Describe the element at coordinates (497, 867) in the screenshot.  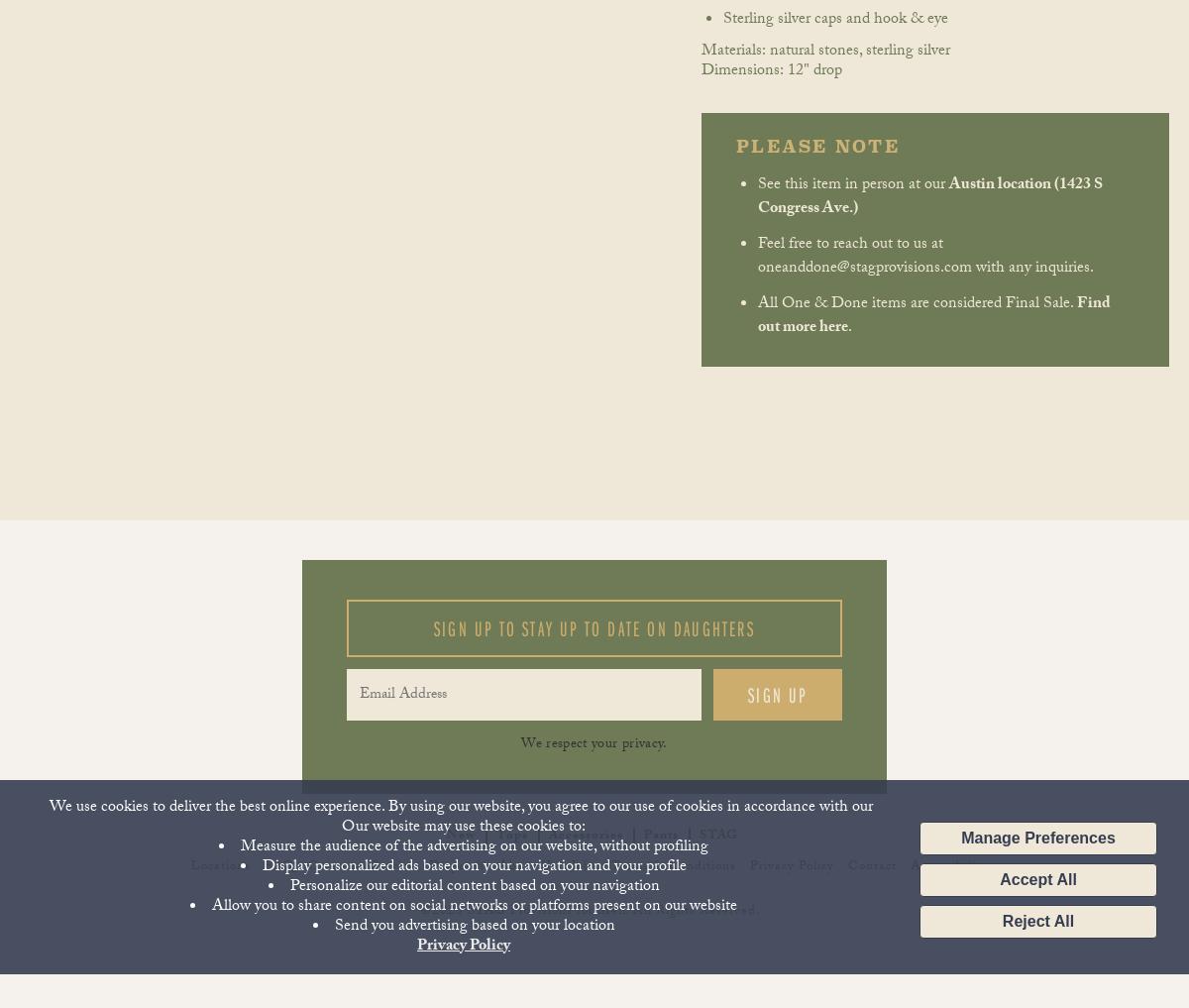
I see `'About Us'` at that location.